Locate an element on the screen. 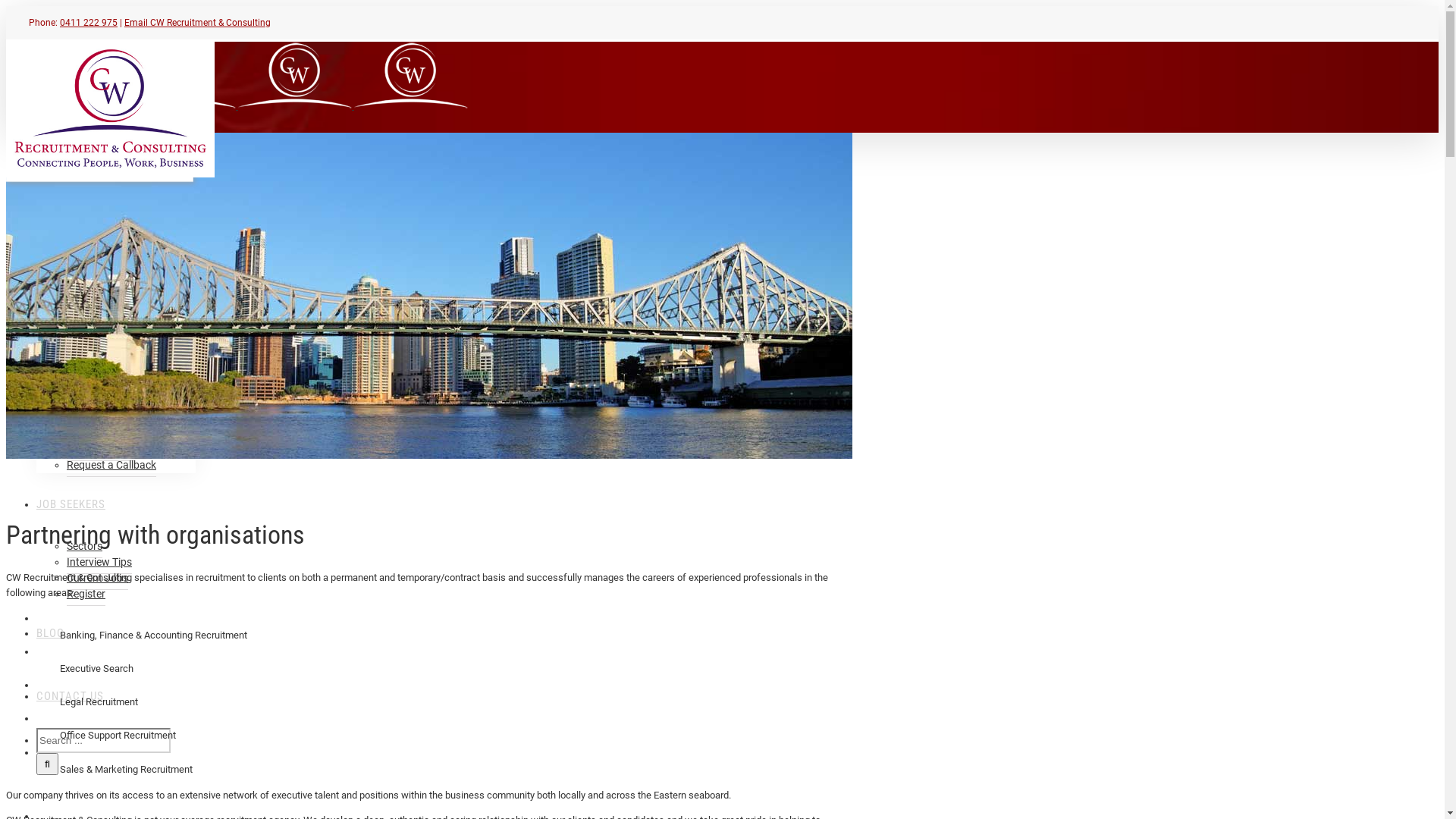 The height and width of the screenshot is (819, 1456). 'Interview Tips' is located at coordinates (65, 562).